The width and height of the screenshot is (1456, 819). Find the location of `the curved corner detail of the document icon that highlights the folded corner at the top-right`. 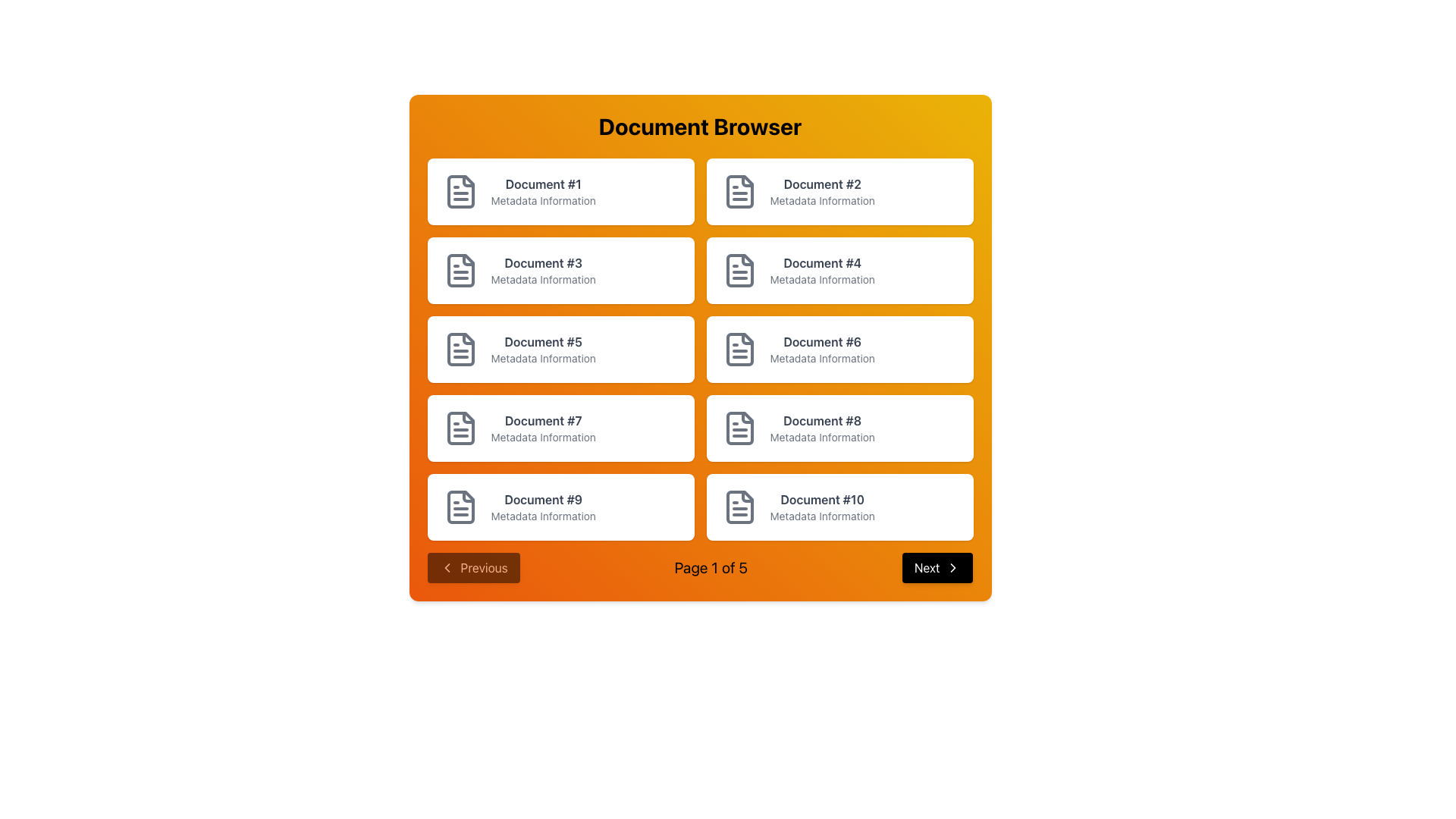

the curved corner detail of the document icon that highlights the folded corner at the top-right is located at coordinates (467, 259).